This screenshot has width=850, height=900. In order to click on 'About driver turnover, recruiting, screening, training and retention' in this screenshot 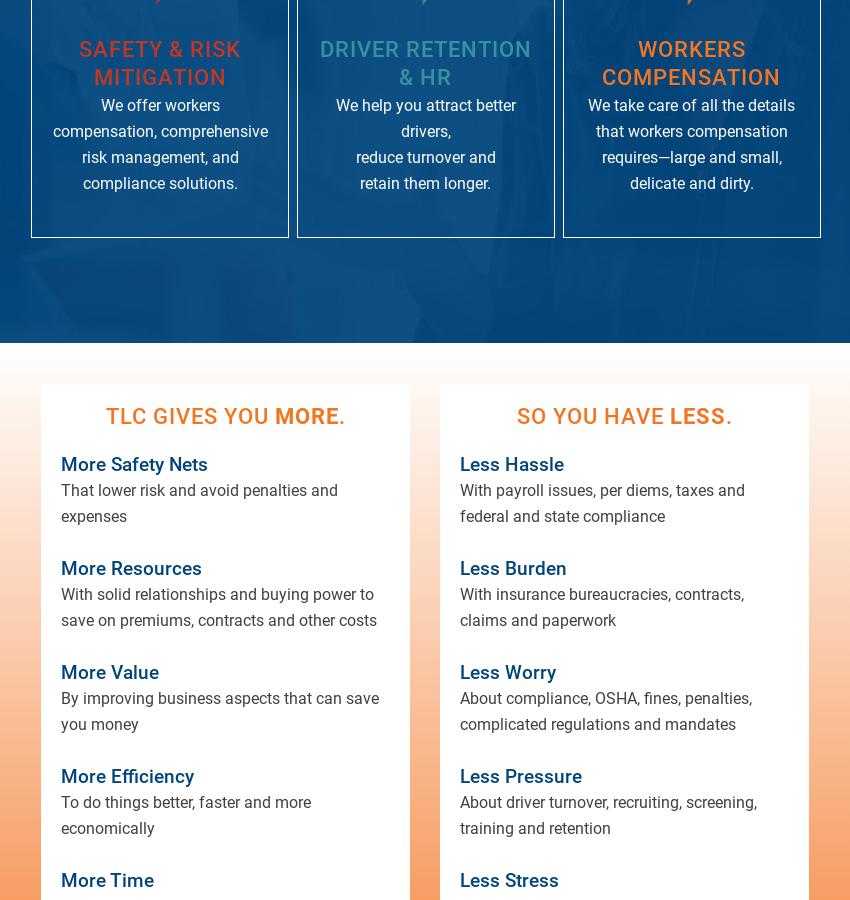, I will do `click(607, 815)`.